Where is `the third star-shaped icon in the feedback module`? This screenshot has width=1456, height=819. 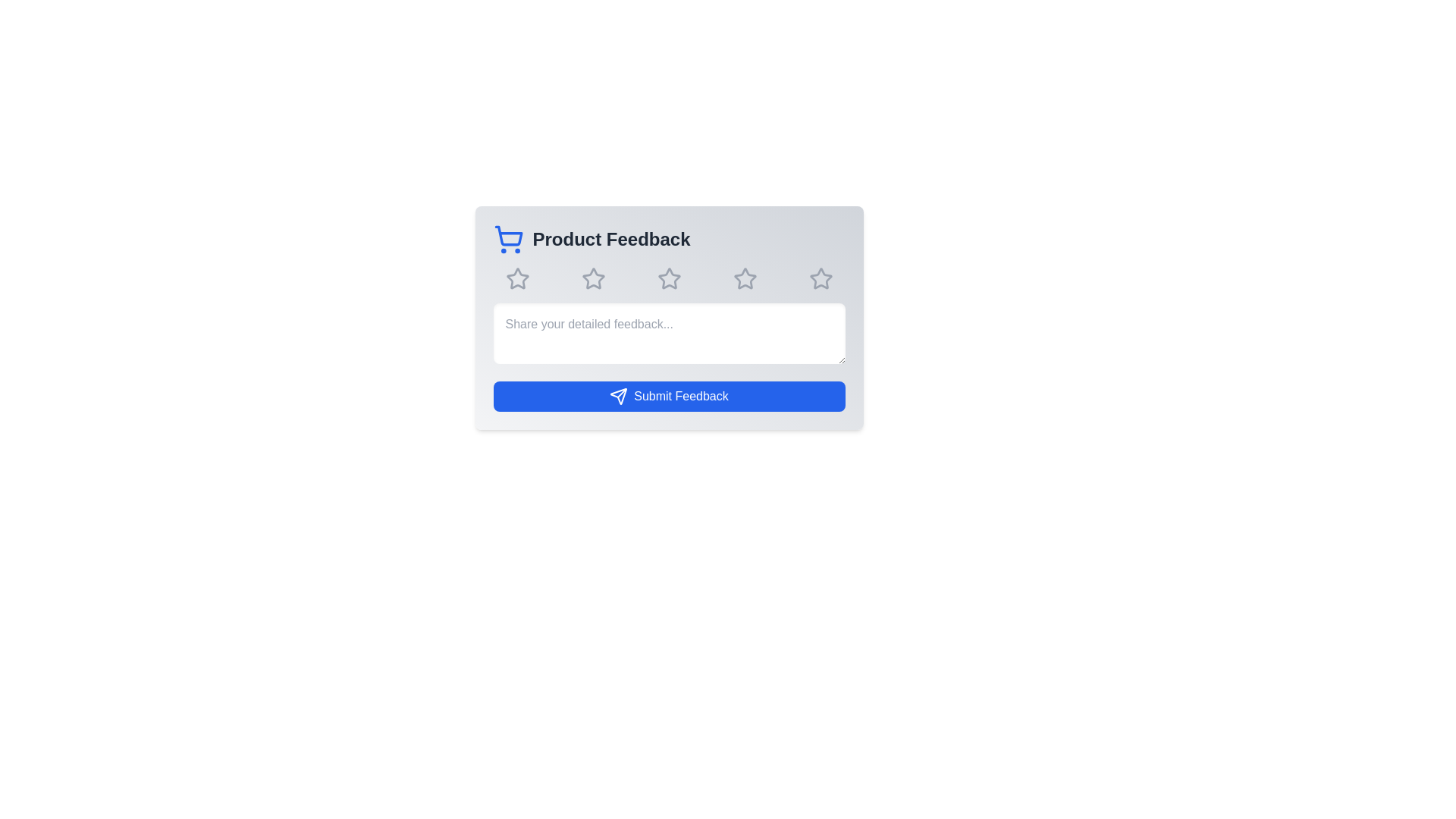
the third star-shaped icon in the feedback module is located at coordinates (592, 278).